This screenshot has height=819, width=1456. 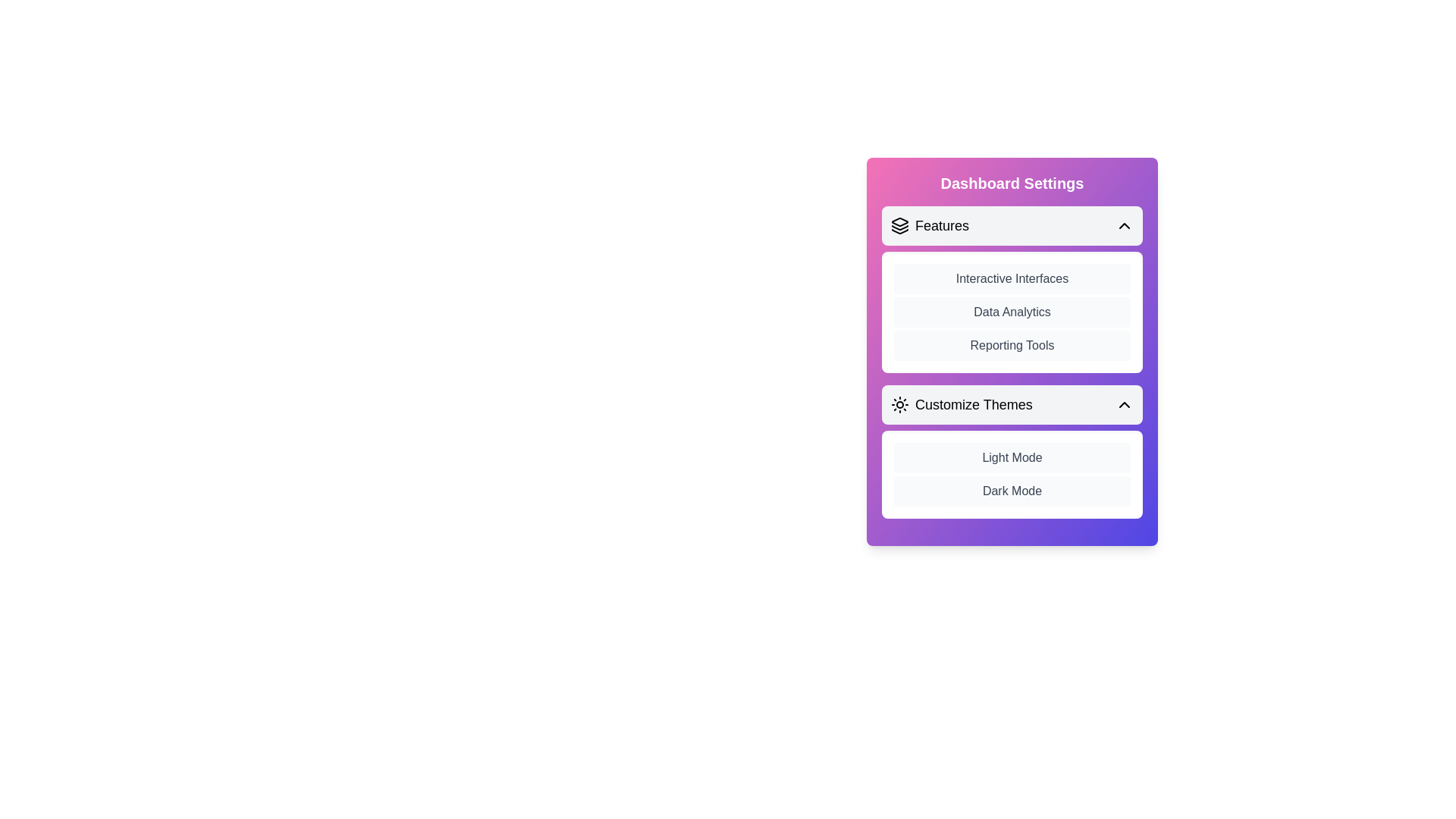 What do you see at coordinates (1012, 312) in the screenshot?
I see `the list item Data Analytics in the section Features` at bounding box center [1012, 312].